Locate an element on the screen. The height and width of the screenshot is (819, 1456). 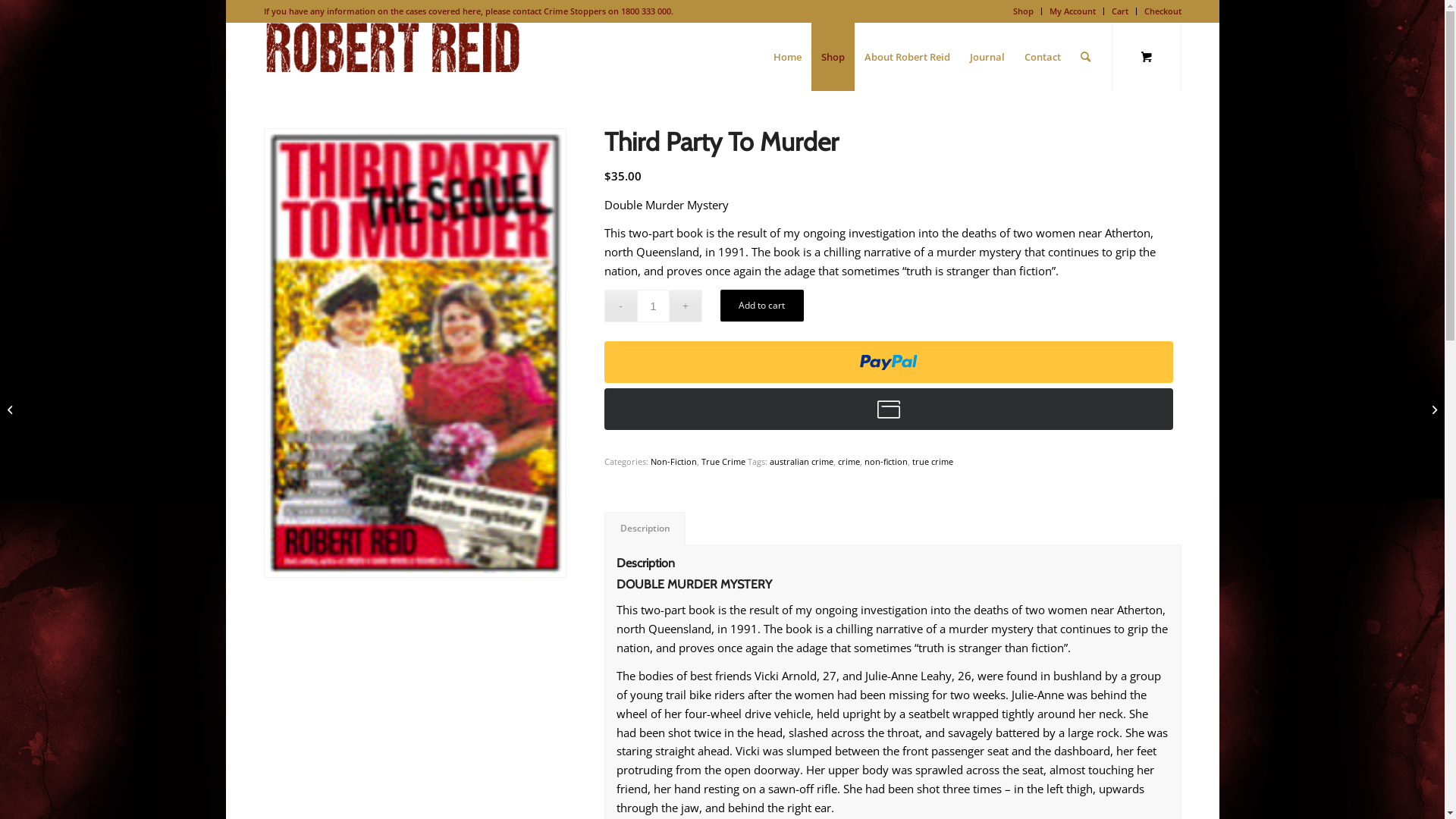
'Cart' is located at coordinates (1120, 11).